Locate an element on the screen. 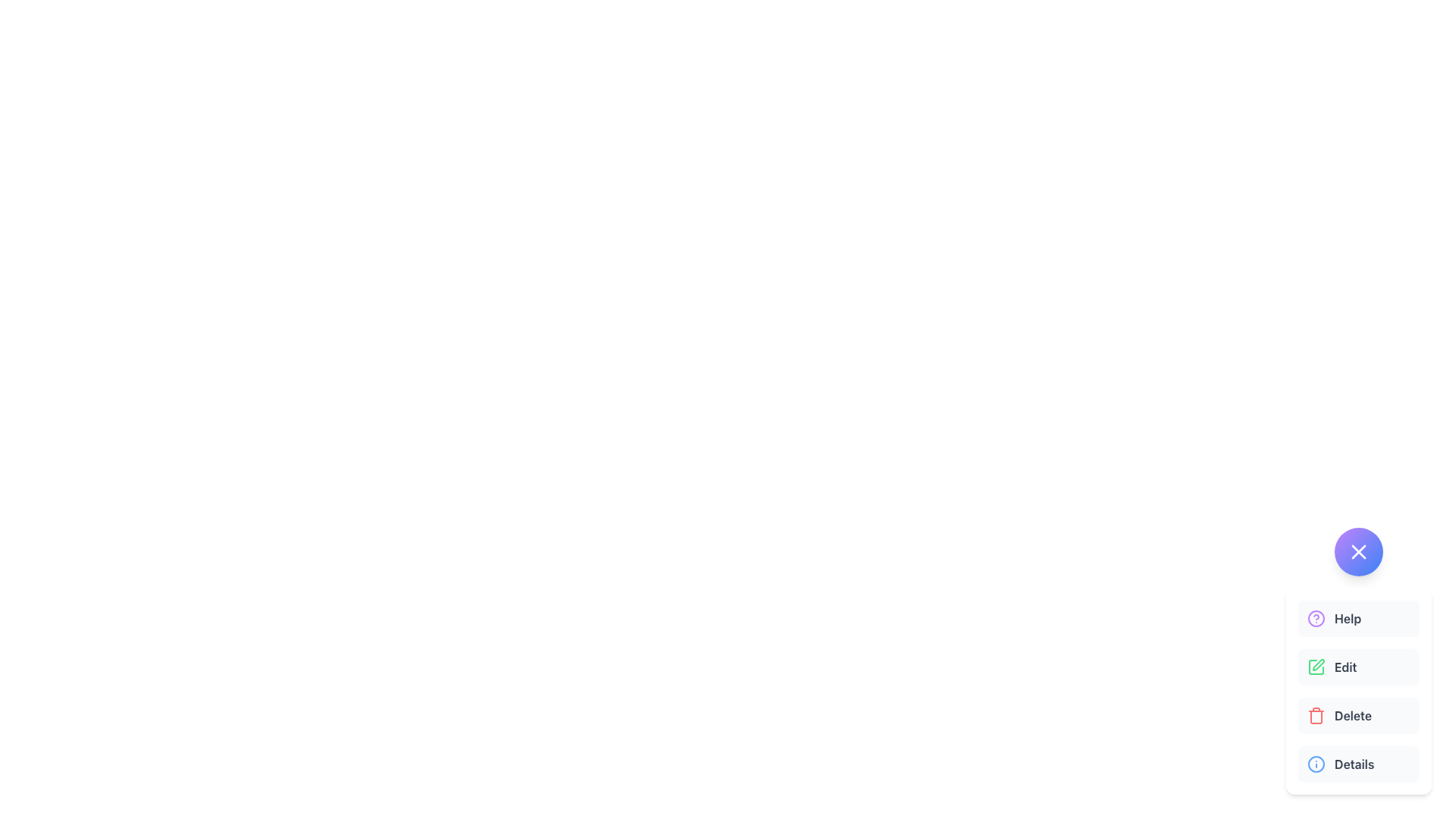 Image resolution: width=1456 pixels, height=819 pixels. the deletion button located in the dropdown menu, which is the third item in a vertical list is located at coordinates (1358, 716).